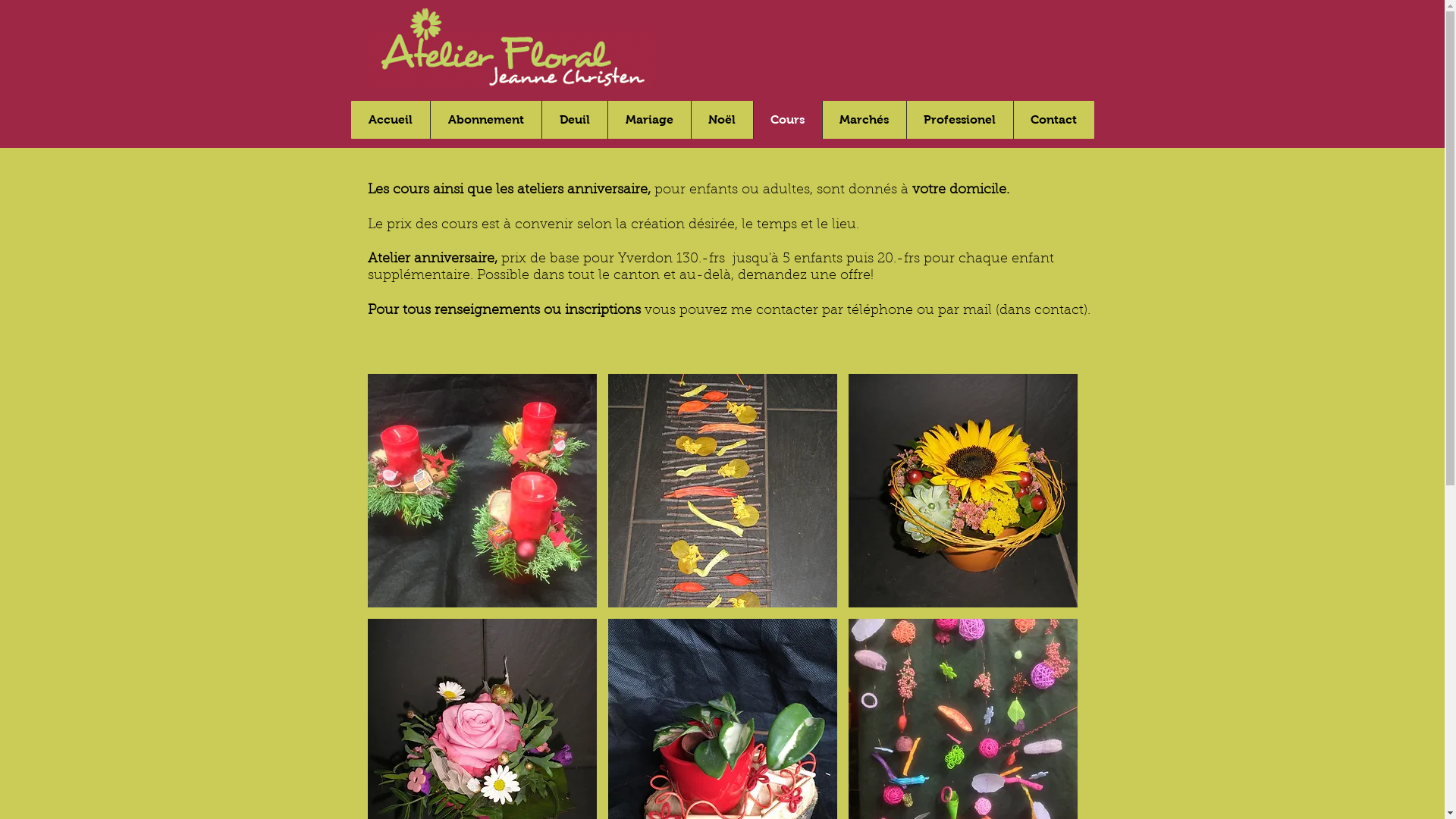 This screenshot has height=819, width=1456. Describe the element at coordinates (958, 119) in the screenshot. I see `'Professionel'` at that location.